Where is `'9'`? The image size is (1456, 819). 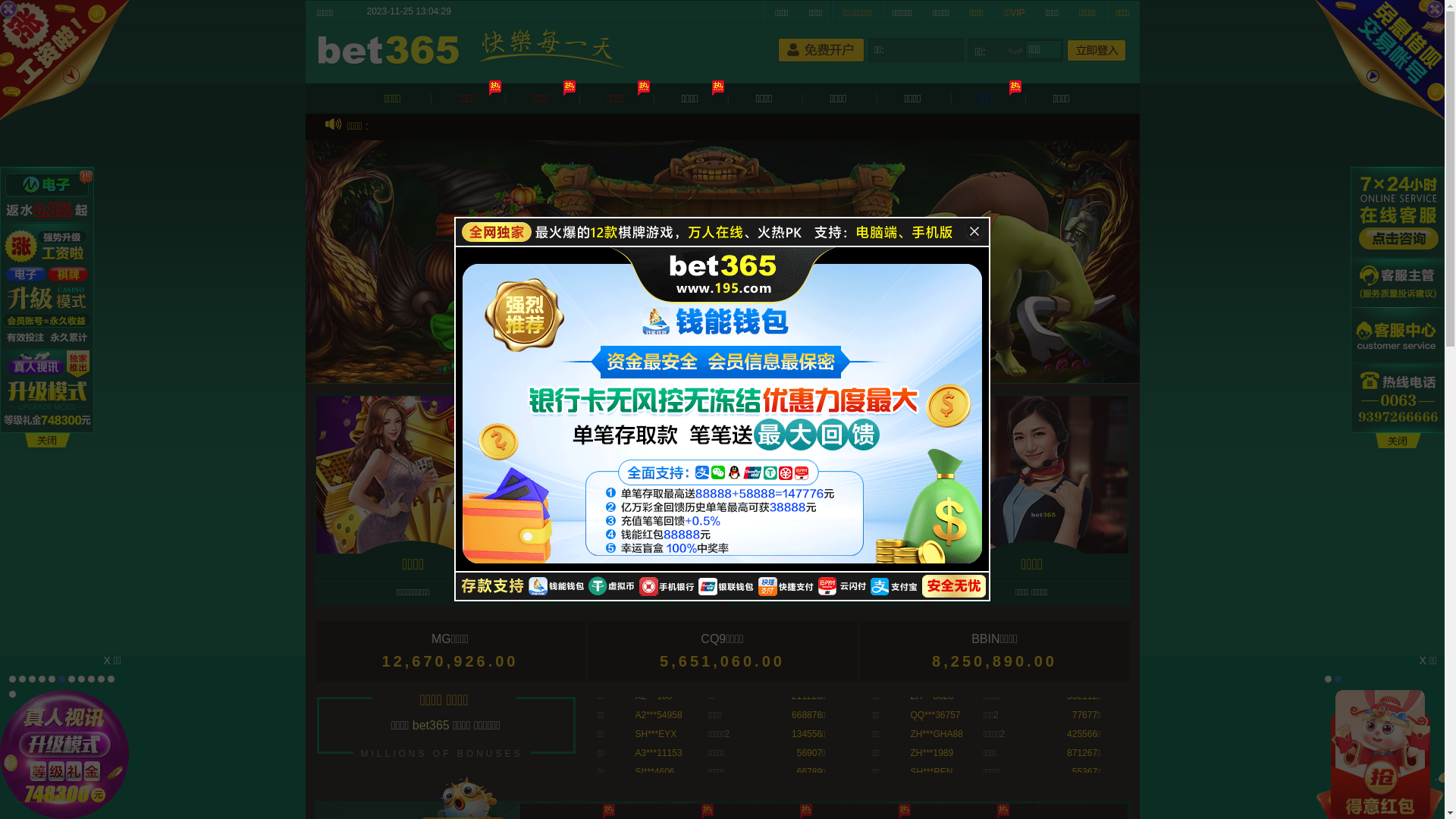 '9' is located at coordinates (90, 678).